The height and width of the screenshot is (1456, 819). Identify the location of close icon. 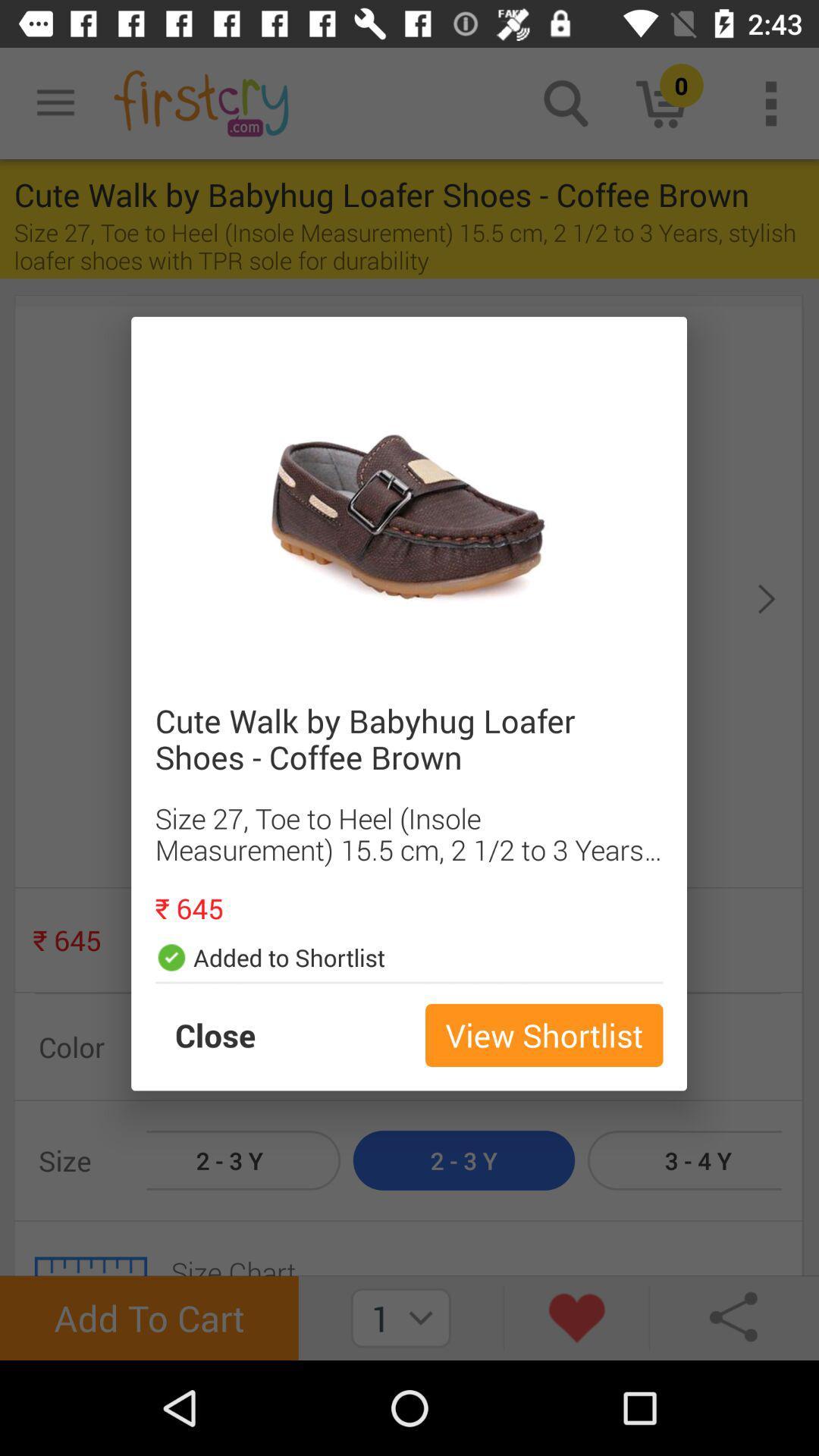
(231, 1034).